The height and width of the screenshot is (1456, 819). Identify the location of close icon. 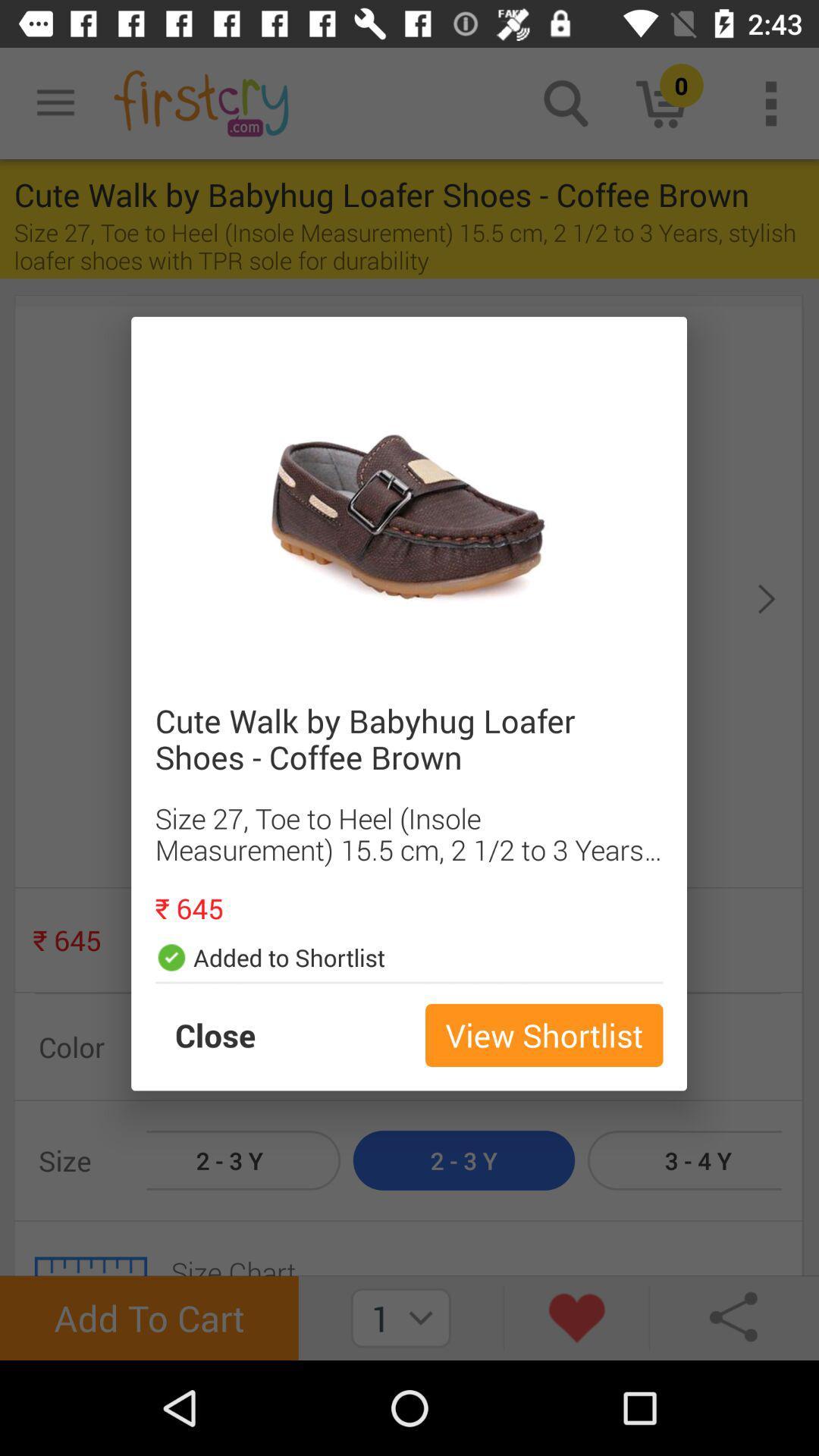
(231, 1034).